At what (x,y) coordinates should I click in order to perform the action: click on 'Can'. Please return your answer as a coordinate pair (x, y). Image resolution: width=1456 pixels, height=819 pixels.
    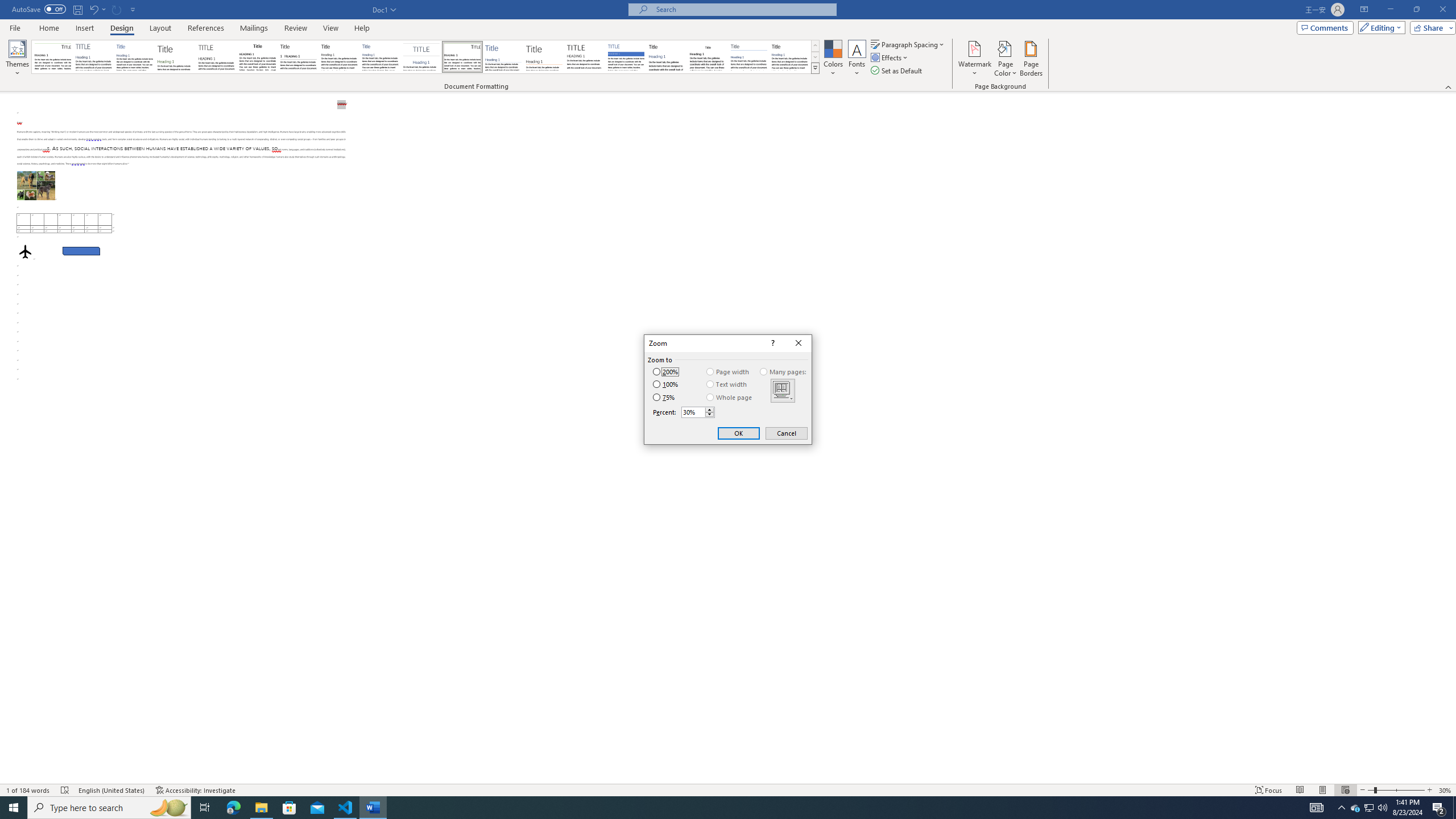
    Looking at the image, I should click on (117, 9).